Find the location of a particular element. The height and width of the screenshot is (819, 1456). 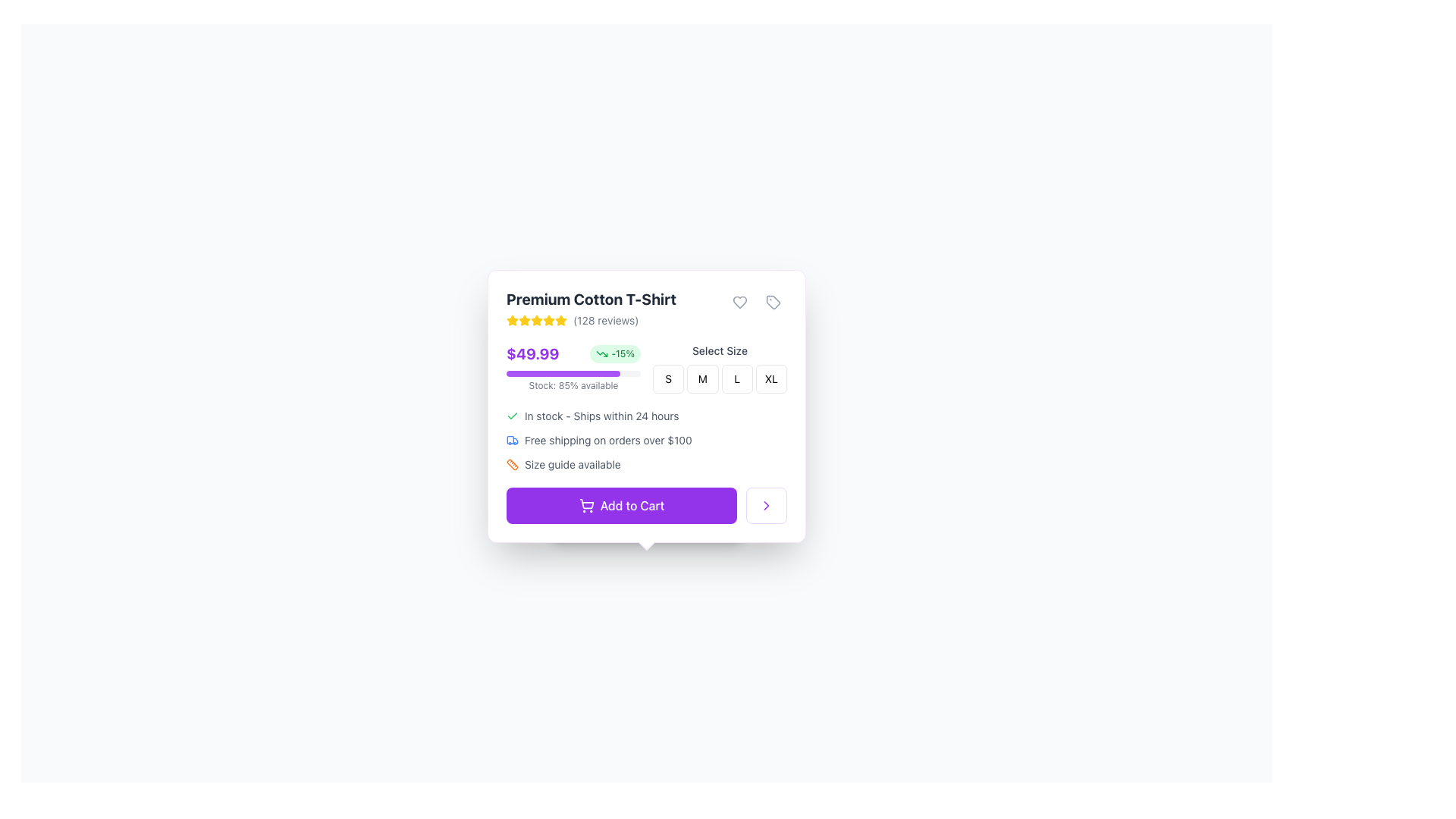

the second star icon in the visual rating display above the price display block is located at coordinates (548, 319).